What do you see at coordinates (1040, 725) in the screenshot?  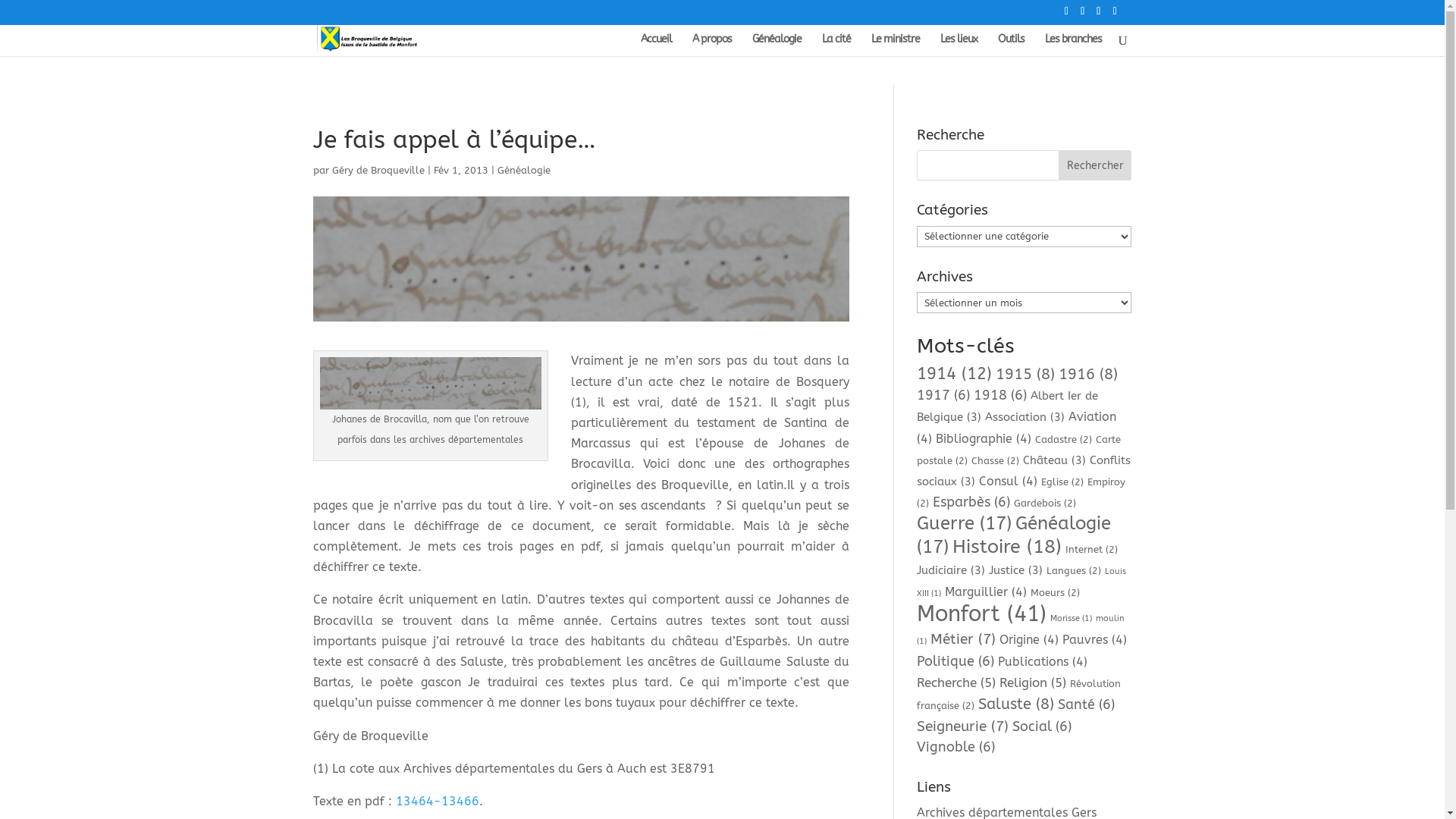 I see `'Social (6)'` at bounding box center [1040, 725].